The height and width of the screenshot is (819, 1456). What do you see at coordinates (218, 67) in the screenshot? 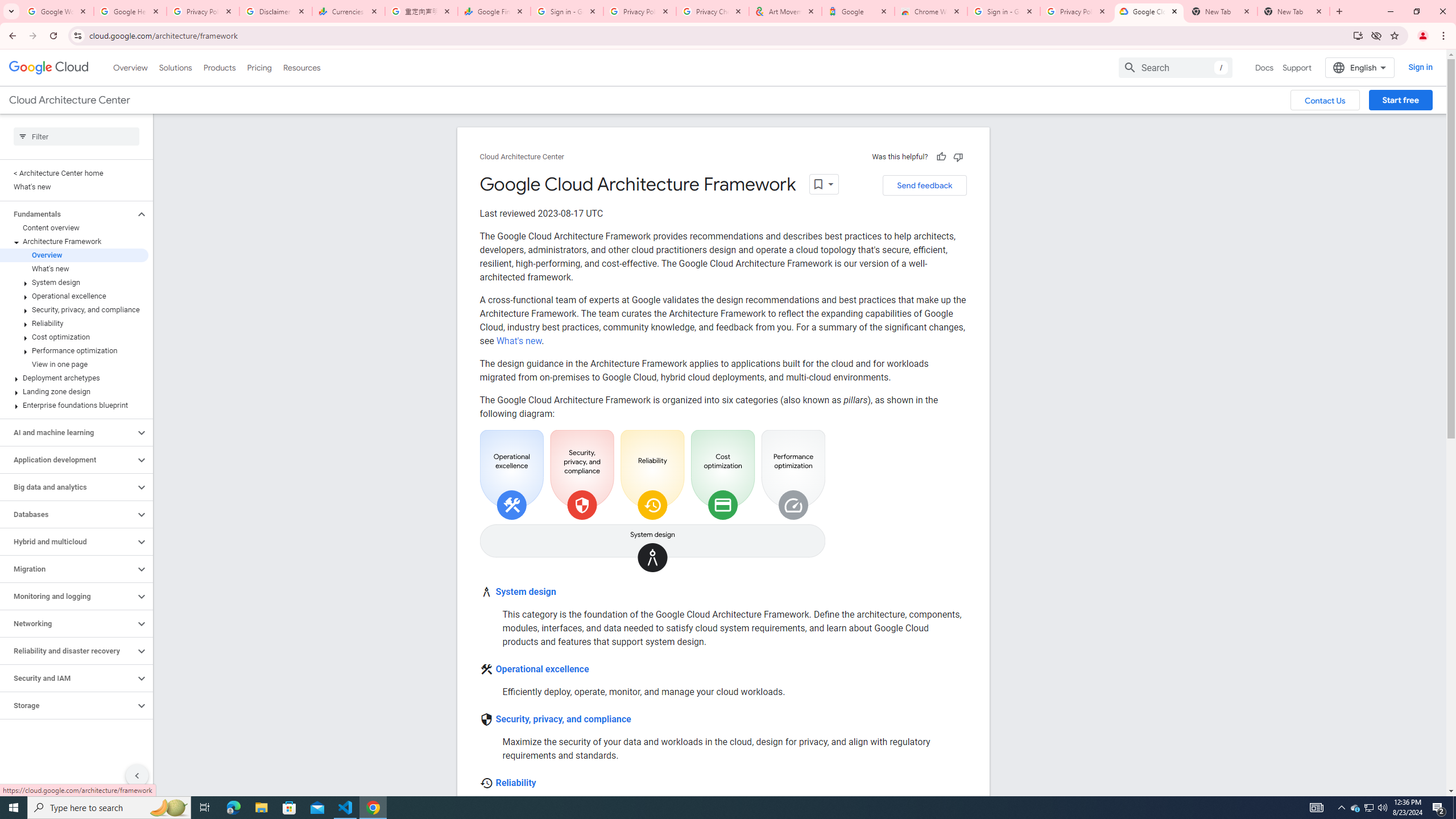
I see `'Products'` at bounding box center [218, 67].